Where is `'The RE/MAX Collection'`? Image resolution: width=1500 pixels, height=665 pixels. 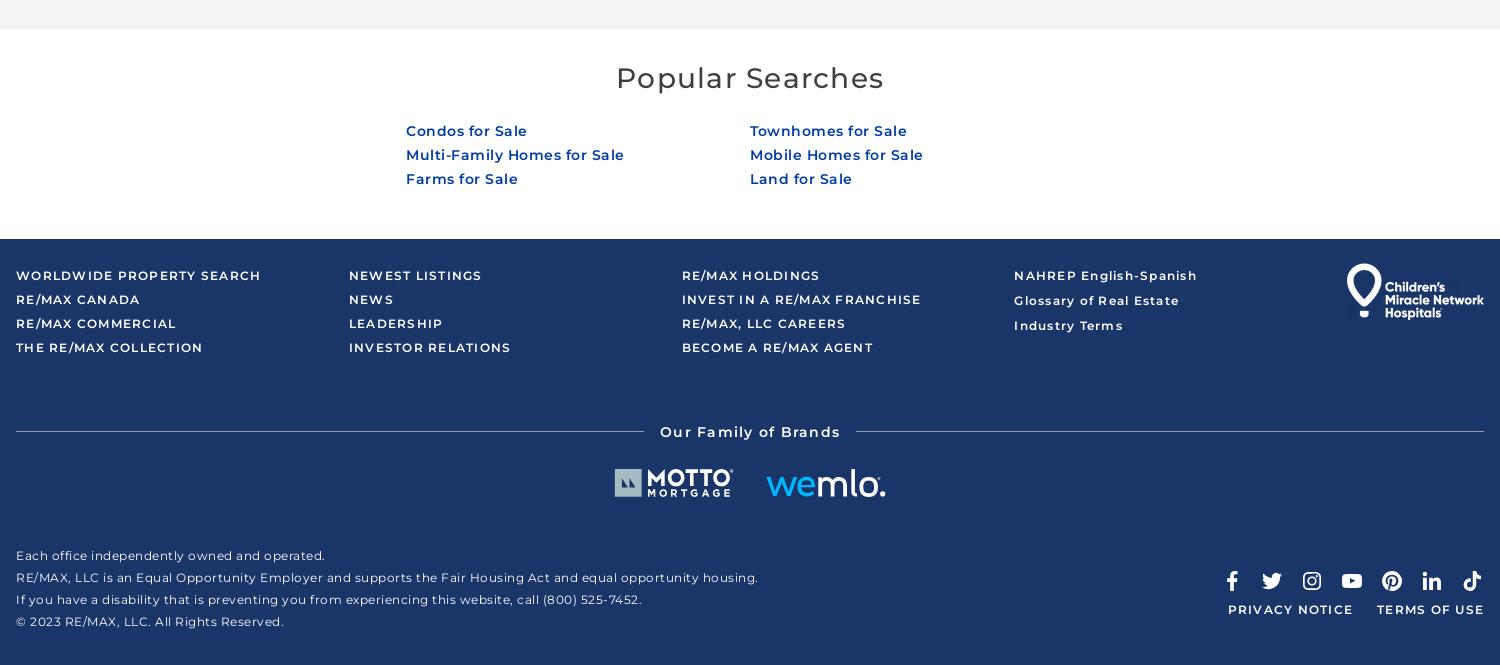
'The RE/MAX Collection' is located at coordinates (108, 346).